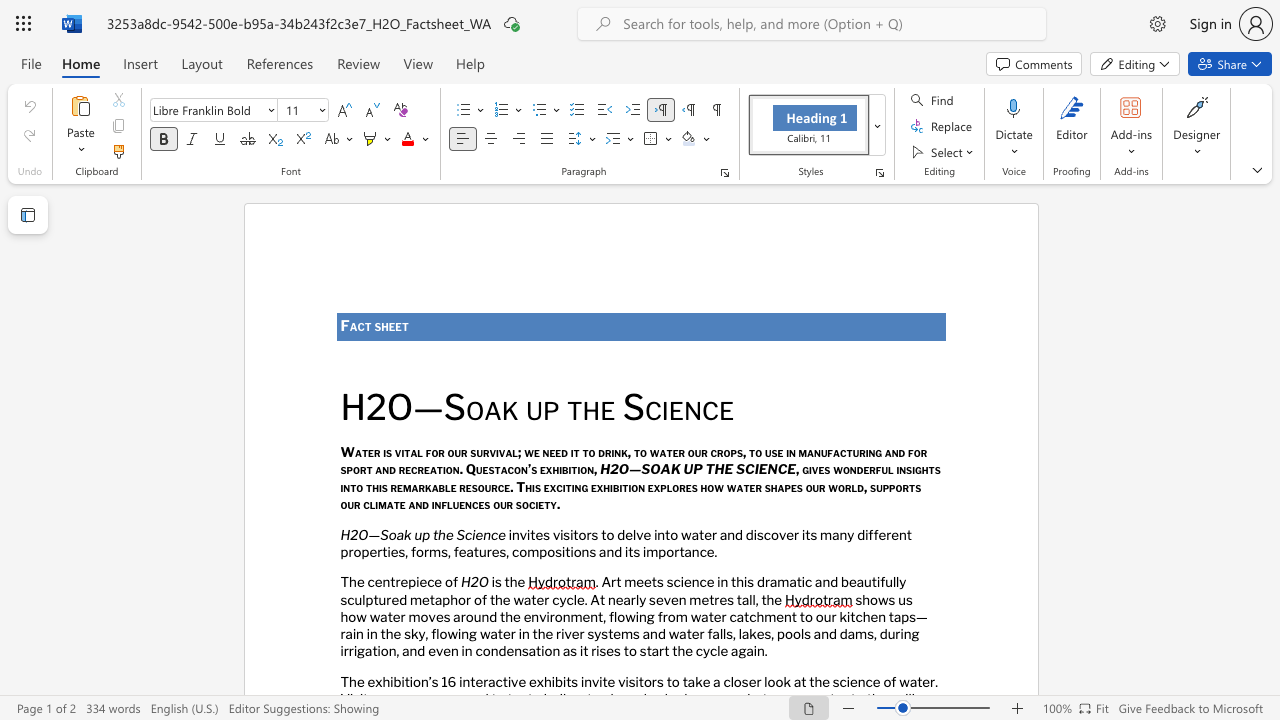 Image resolution: width=1280 pixels, height=720 pixels. Describe the element at coordinates (691, 486) in the screenshot. I see `the subset text "s how water shapes our" within the text ", gives wonderful insights into this remarkable resource. This exciting exhibition explores how water shapes our world, supports our"` at that location.